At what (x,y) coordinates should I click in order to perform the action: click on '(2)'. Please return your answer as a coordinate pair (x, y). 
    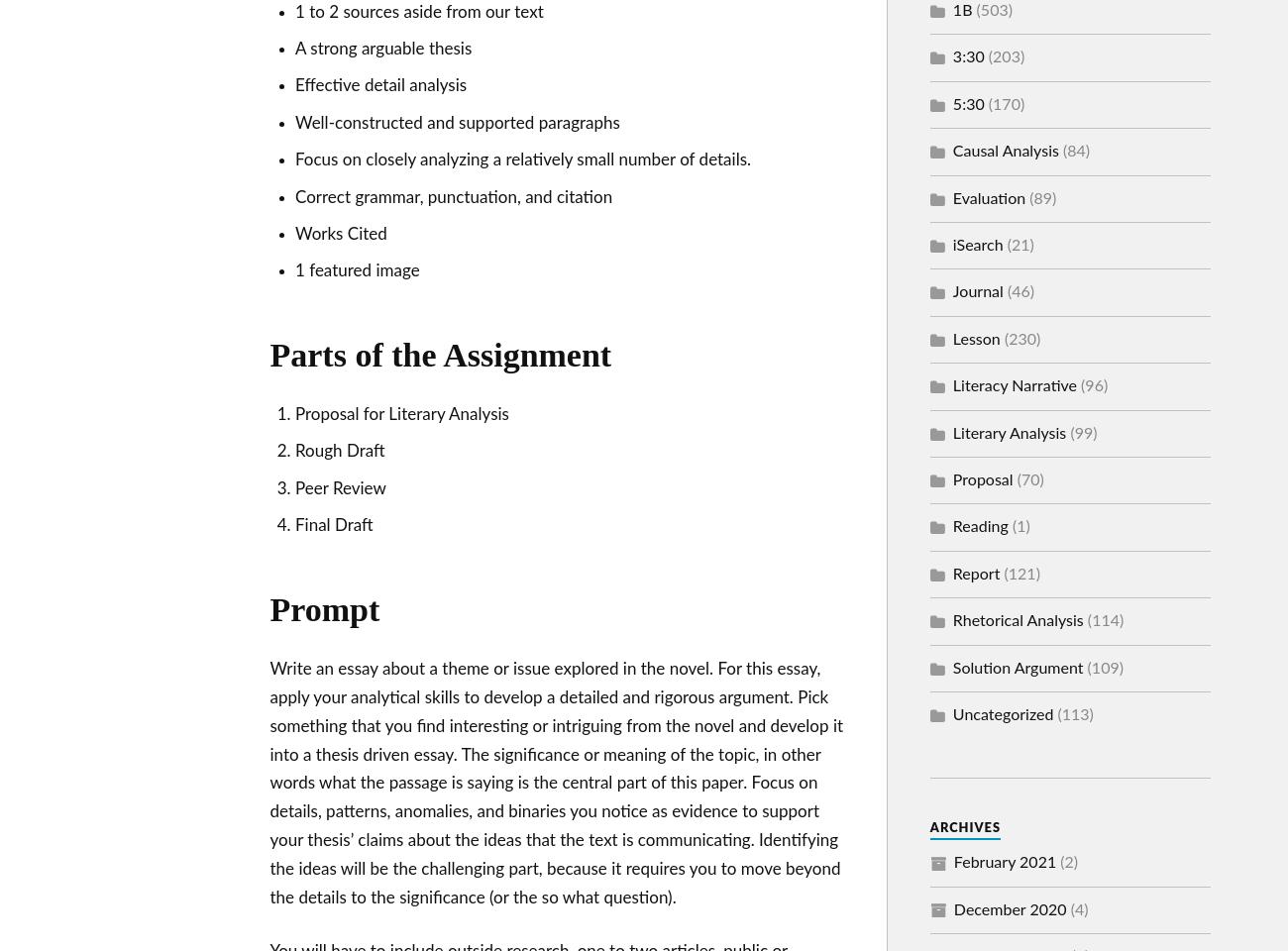
    Looking at the image, I should click on (1067, 862).